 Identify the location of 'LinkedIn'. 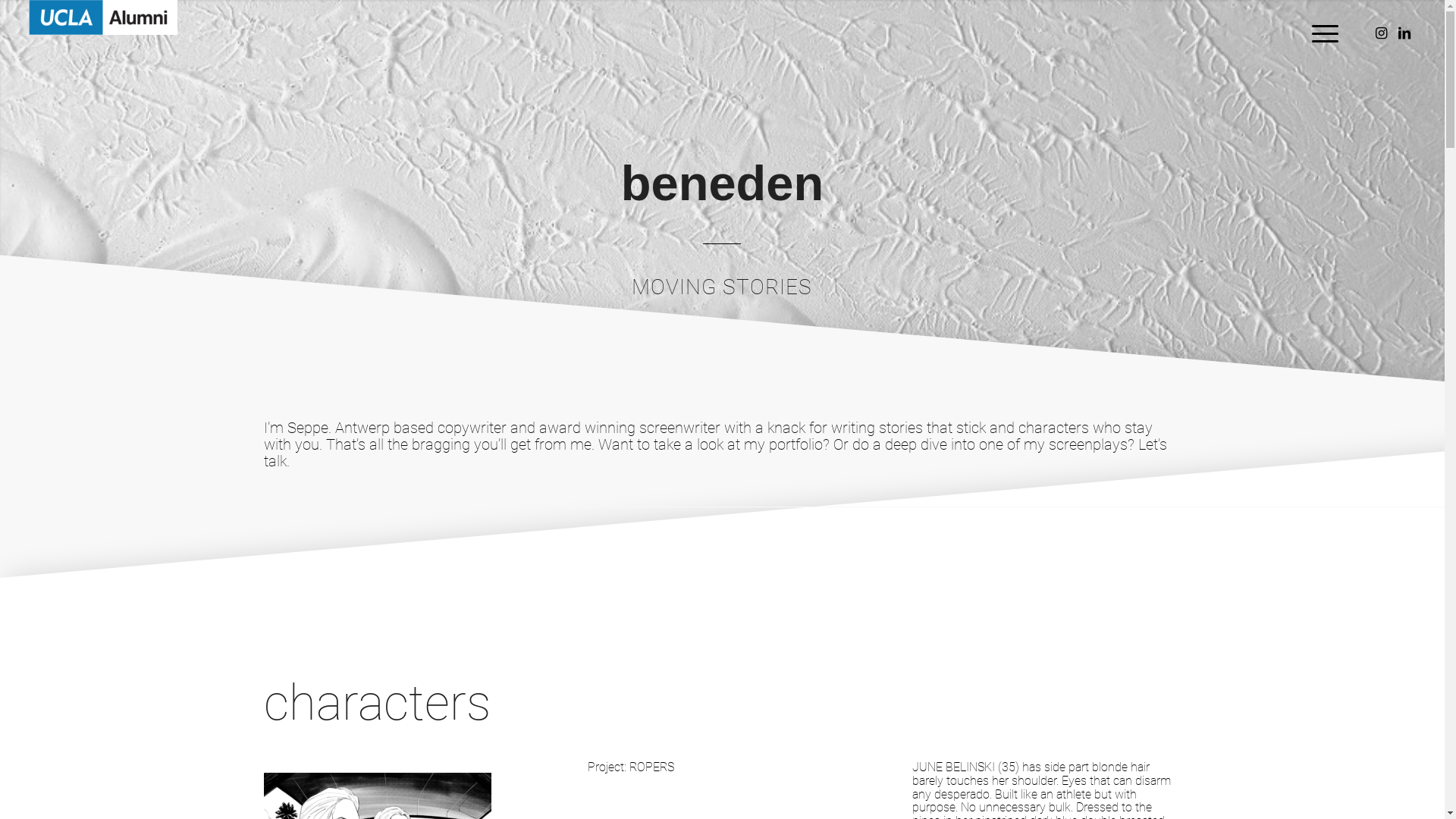
(1404, 33).